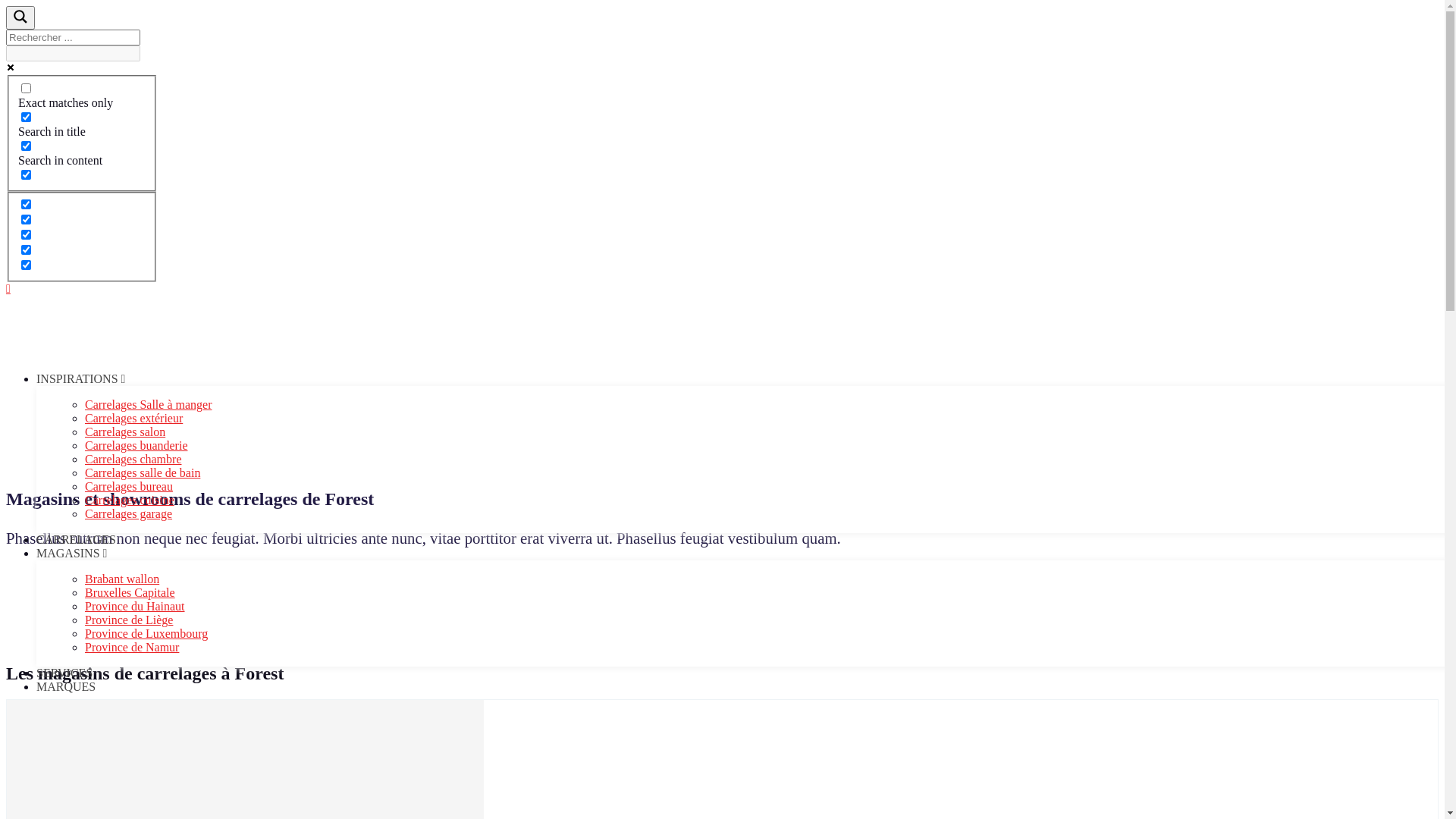  I want to click on 'Bruxelles Capitale', so click(130, 591).